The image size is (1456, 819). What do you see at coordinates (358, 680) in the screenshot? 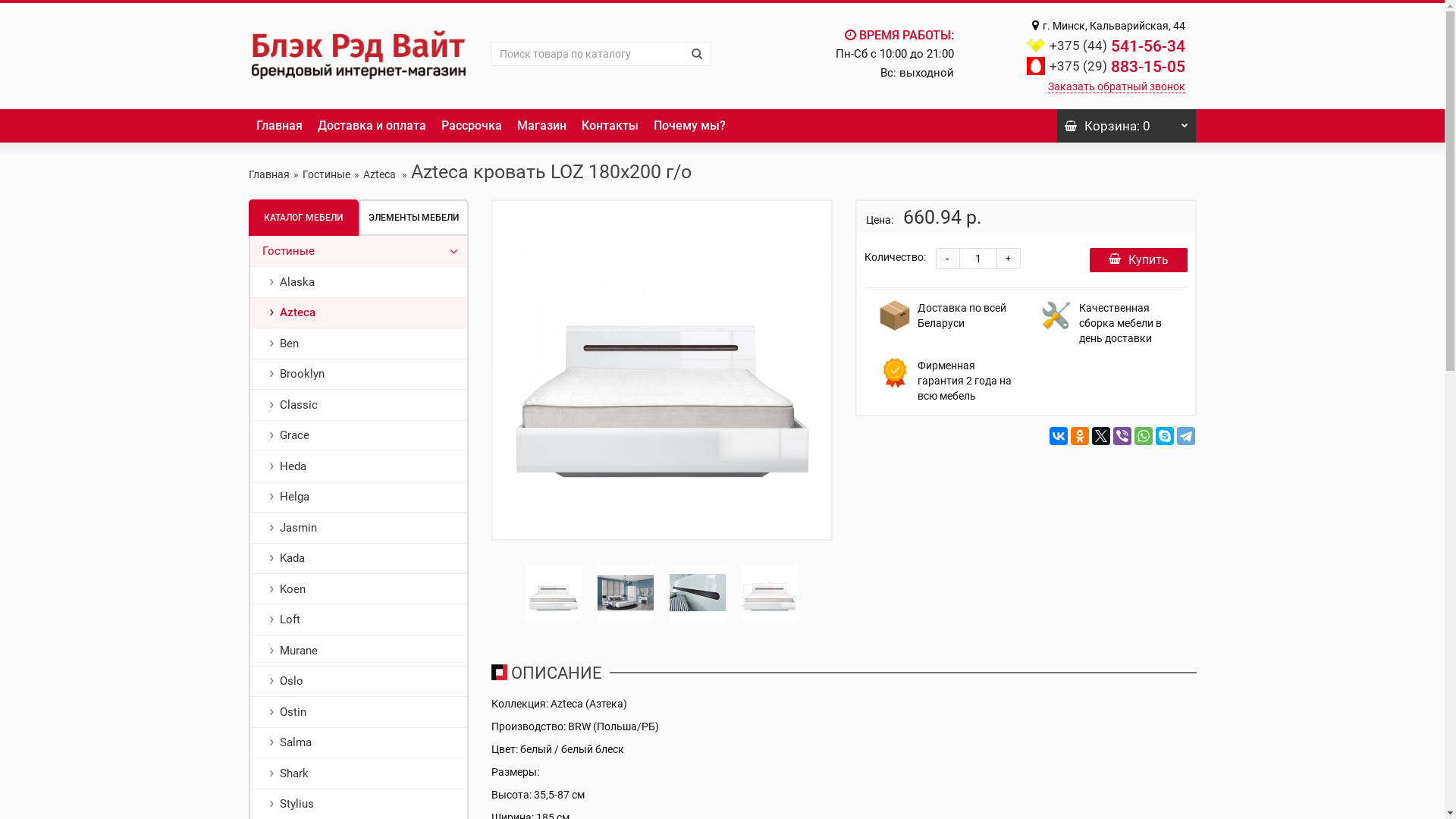
I see `'Oslo'` at bounding box center [358, 680].